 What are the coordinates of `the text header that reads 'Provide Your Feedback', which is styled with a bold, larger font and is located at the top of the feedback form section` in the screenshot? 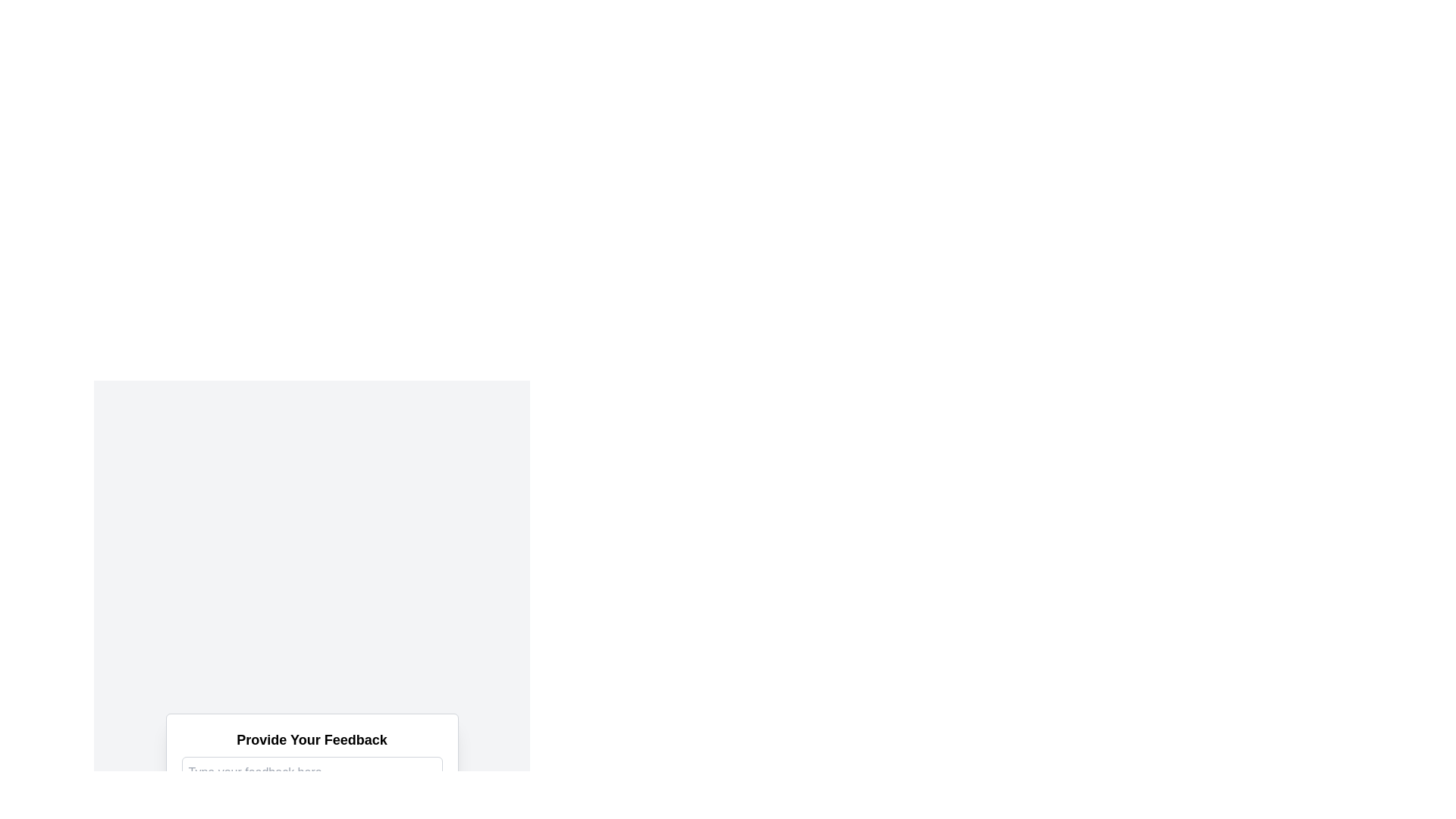 It's located at (311, 739).